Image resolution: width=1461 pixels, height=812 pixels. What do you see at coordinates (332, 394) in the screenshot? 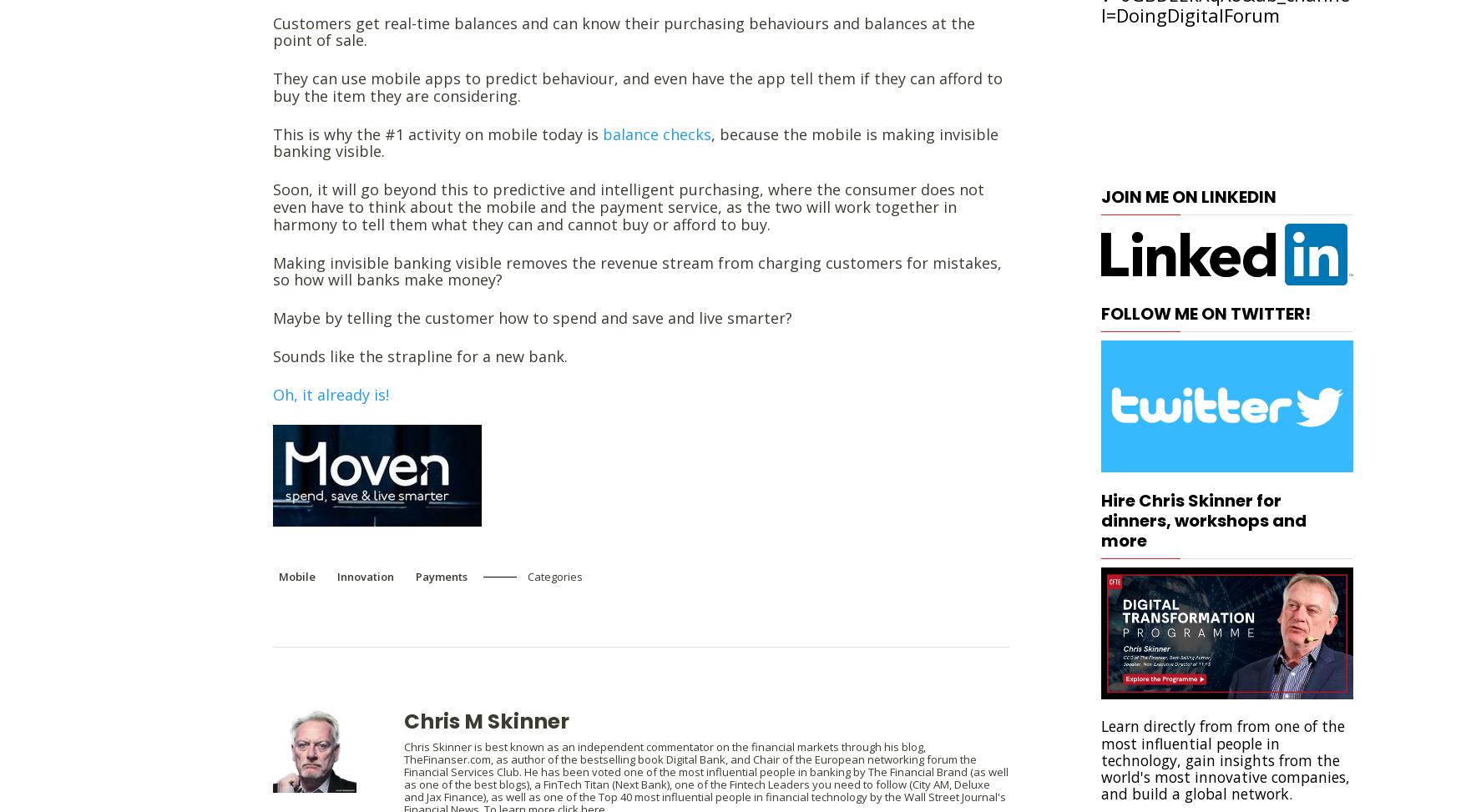
I see `'Oh, it already is!'` at bounding box center [332, 394].